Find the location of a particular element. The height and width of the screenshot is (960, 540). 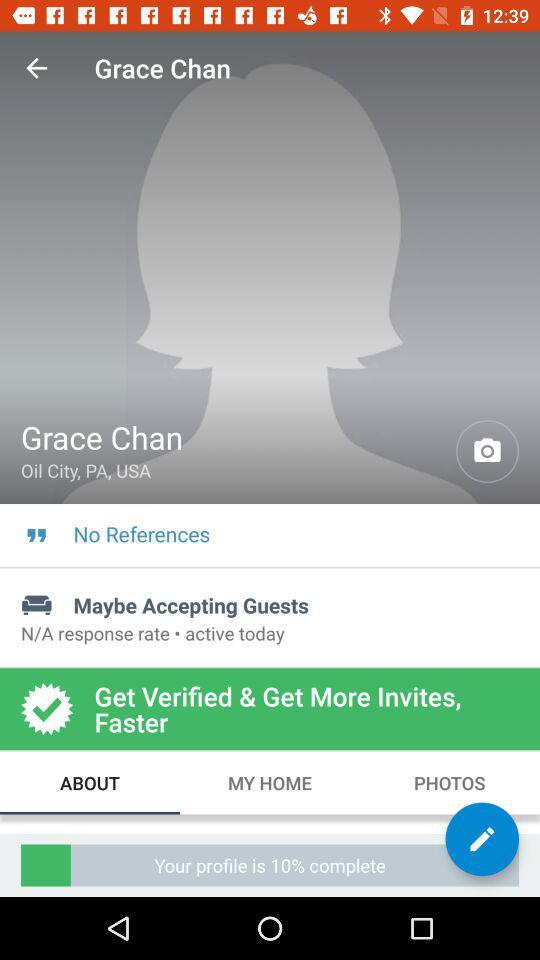

go back is located at coordinates (36, 68).